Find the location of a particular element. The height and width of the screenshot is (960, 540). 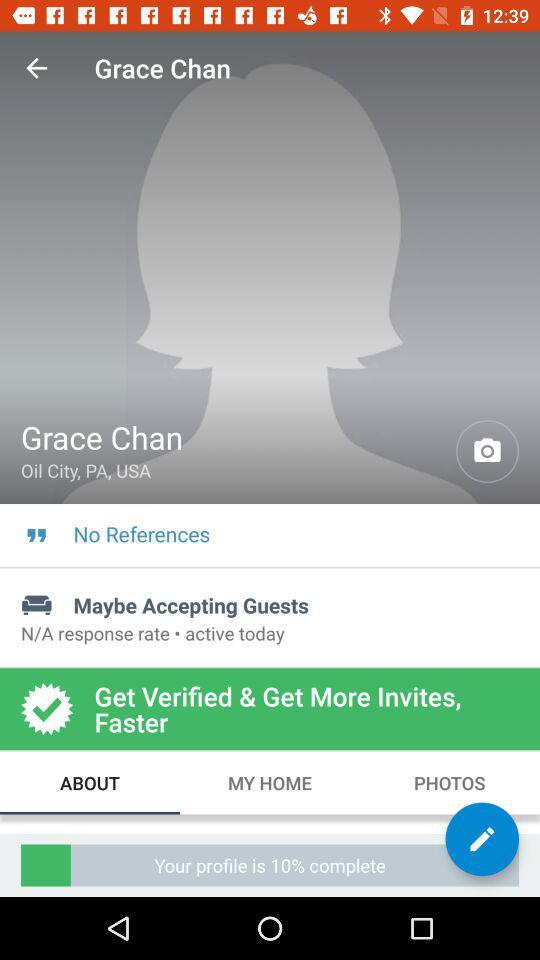

go back is located at coordinates (36, 68).